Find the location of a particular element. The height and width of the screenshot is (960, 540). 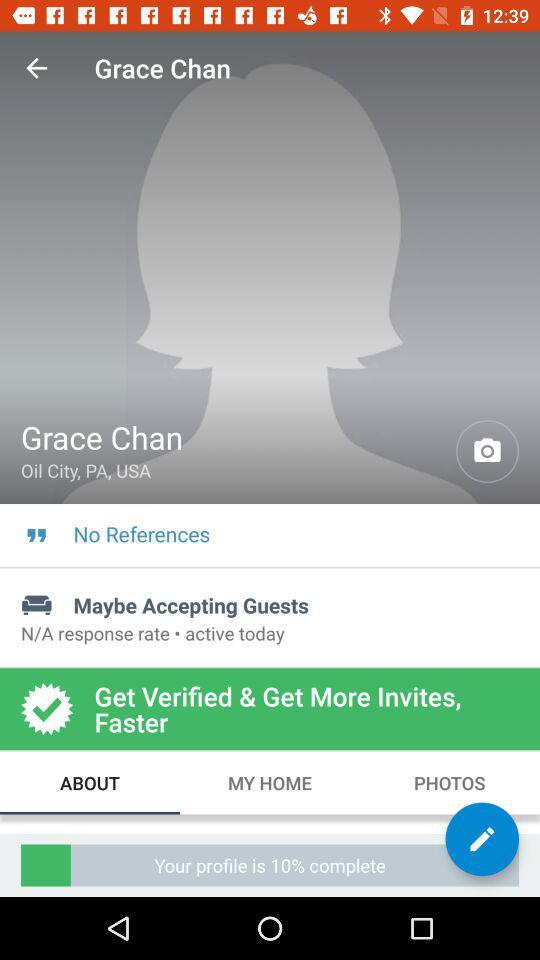

go back is located at coordinates (36, 68).